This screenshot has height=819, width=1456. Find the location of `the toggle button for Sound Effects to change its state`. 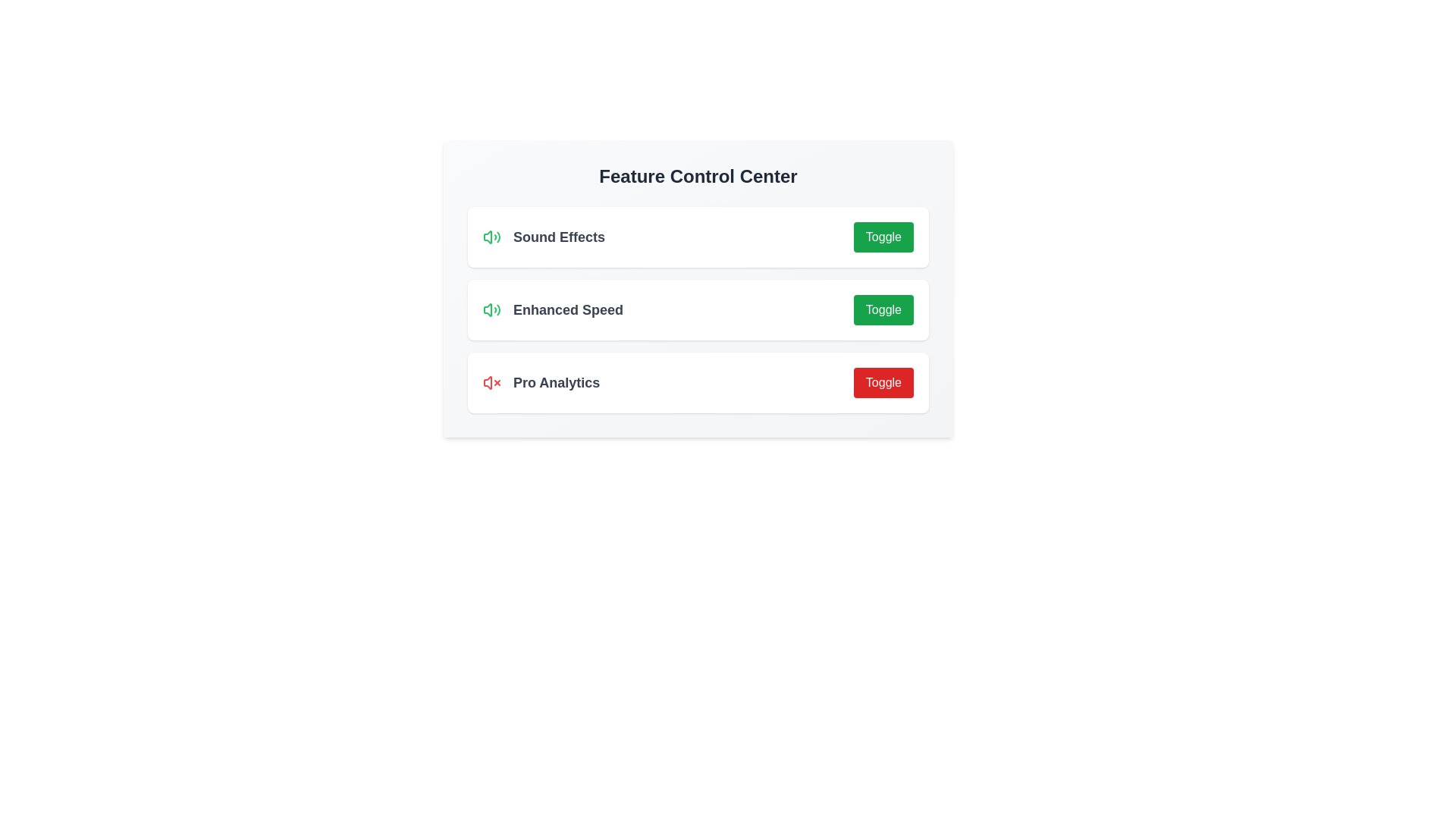

the toggle button for Sound Effects to change its state is located at coordinates (883, 237).